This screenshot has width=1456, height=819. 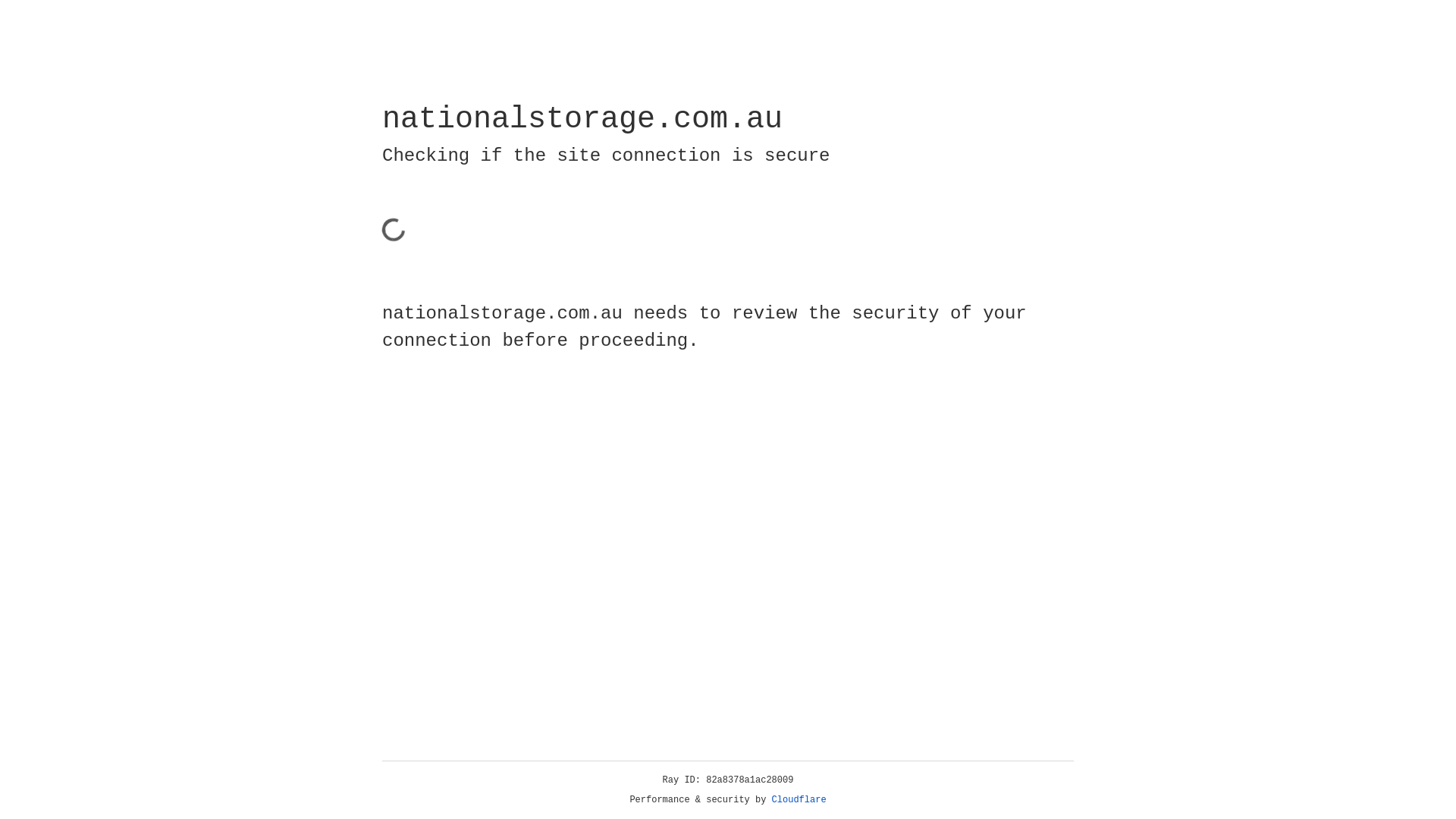 I want to click on 'Cloudflare', so click(x=799, y=799).